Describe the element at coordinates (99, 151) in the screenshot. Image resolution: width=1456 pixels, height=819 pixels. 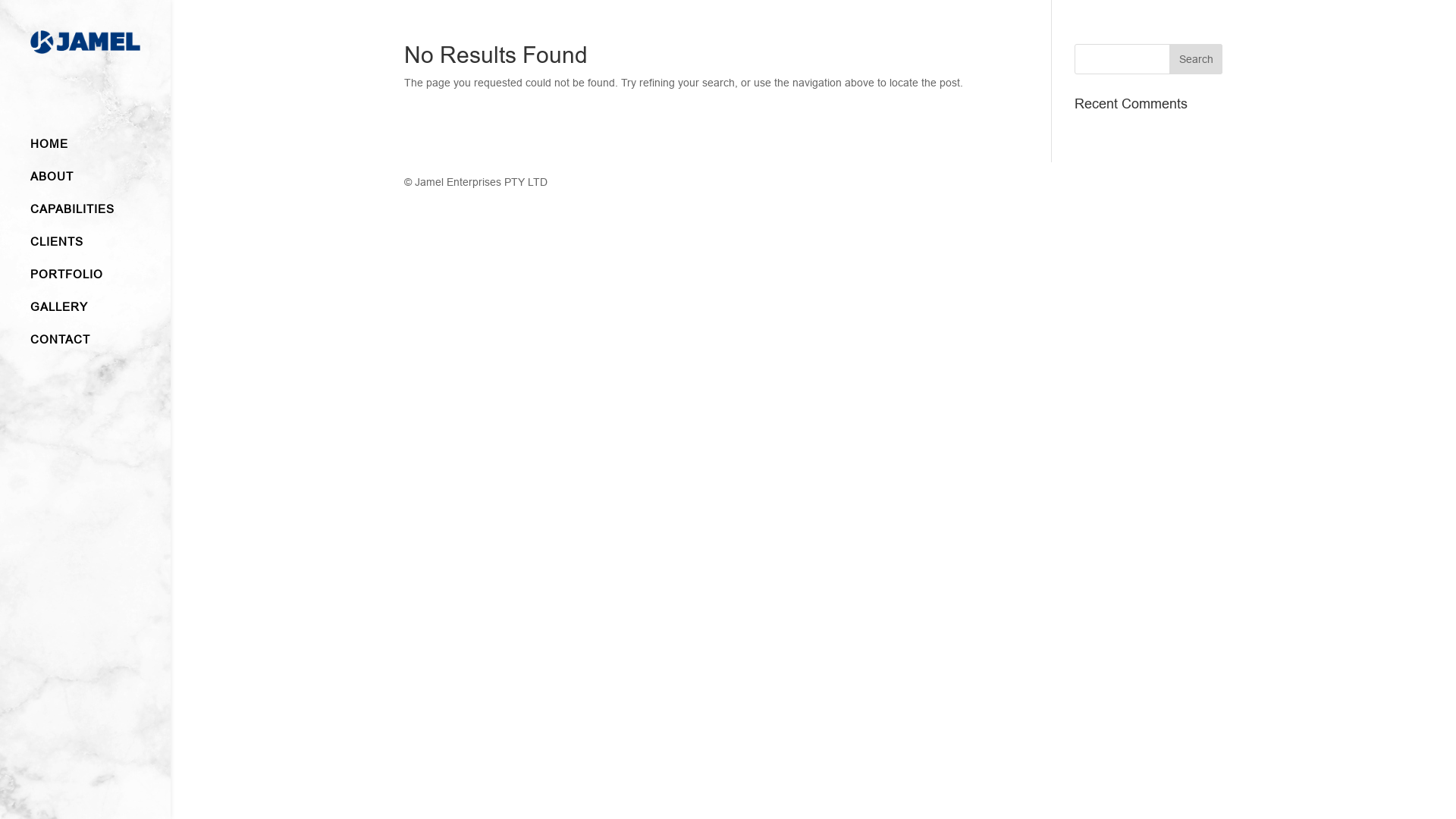
I see `'HOME'` at that location.